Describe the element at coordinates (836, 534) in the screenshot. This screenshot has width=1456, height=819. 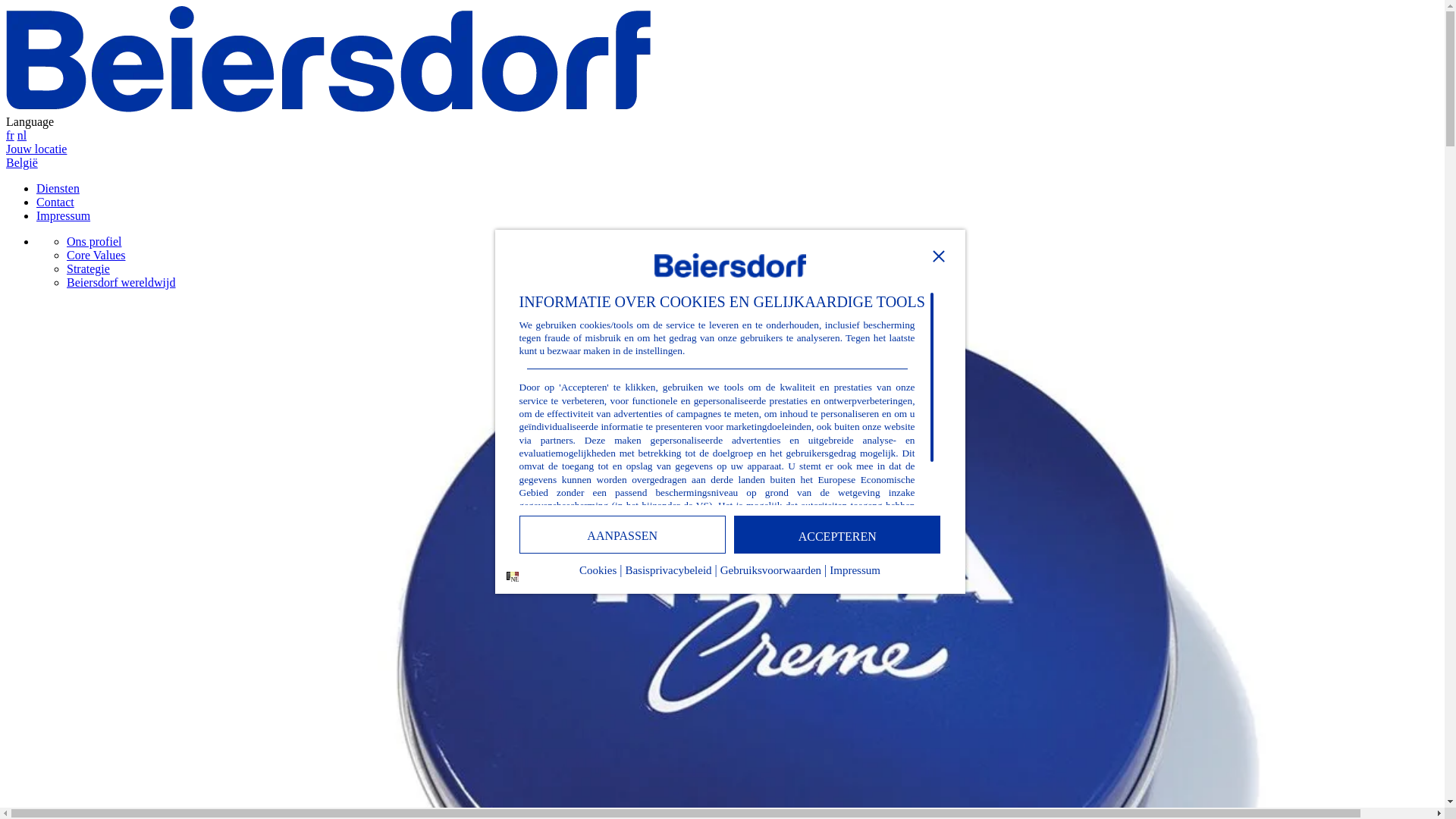
I see `'ACCEPTEREN'` at that location.